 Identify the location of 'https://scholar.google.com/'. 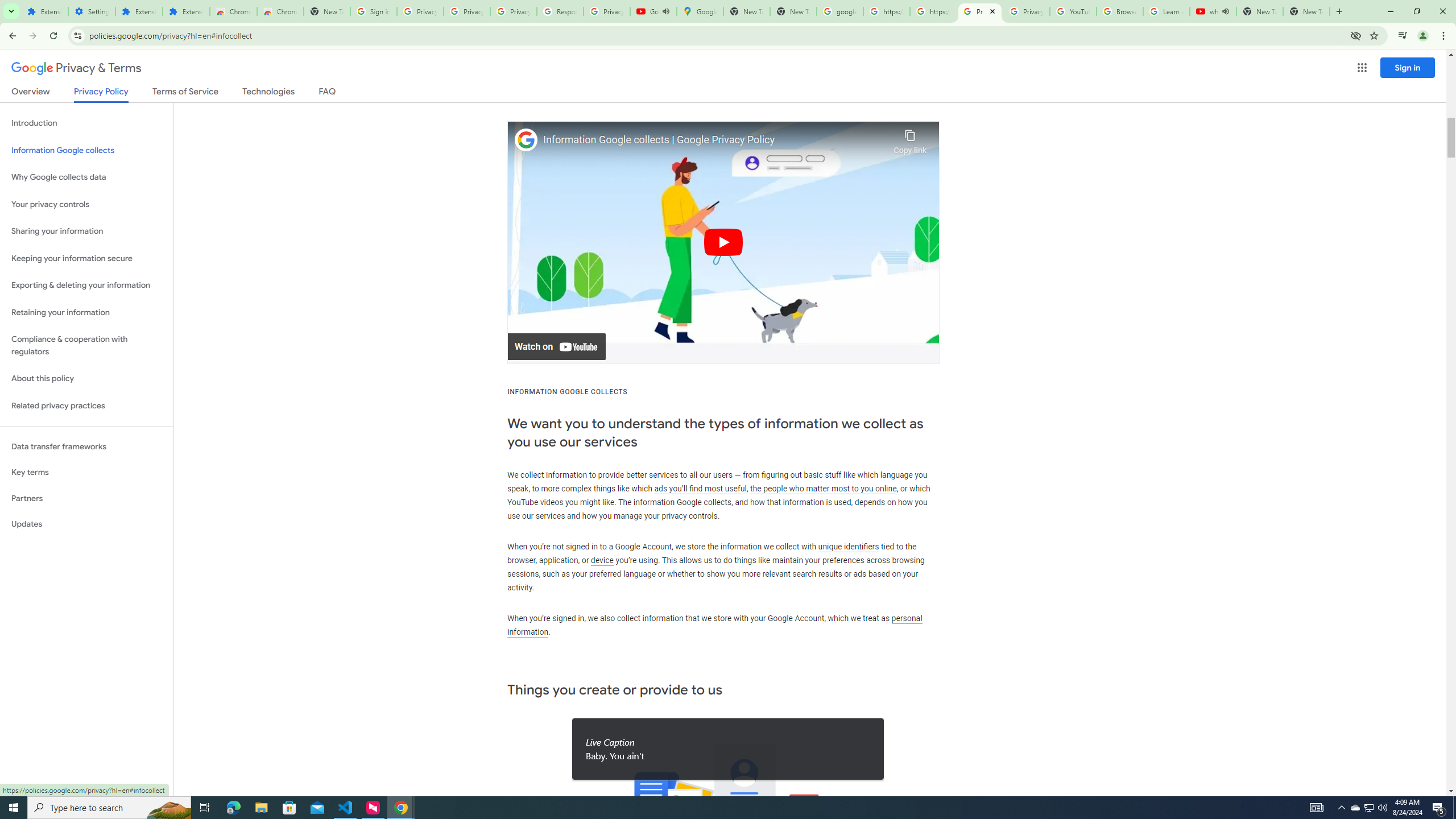
(886, 11).